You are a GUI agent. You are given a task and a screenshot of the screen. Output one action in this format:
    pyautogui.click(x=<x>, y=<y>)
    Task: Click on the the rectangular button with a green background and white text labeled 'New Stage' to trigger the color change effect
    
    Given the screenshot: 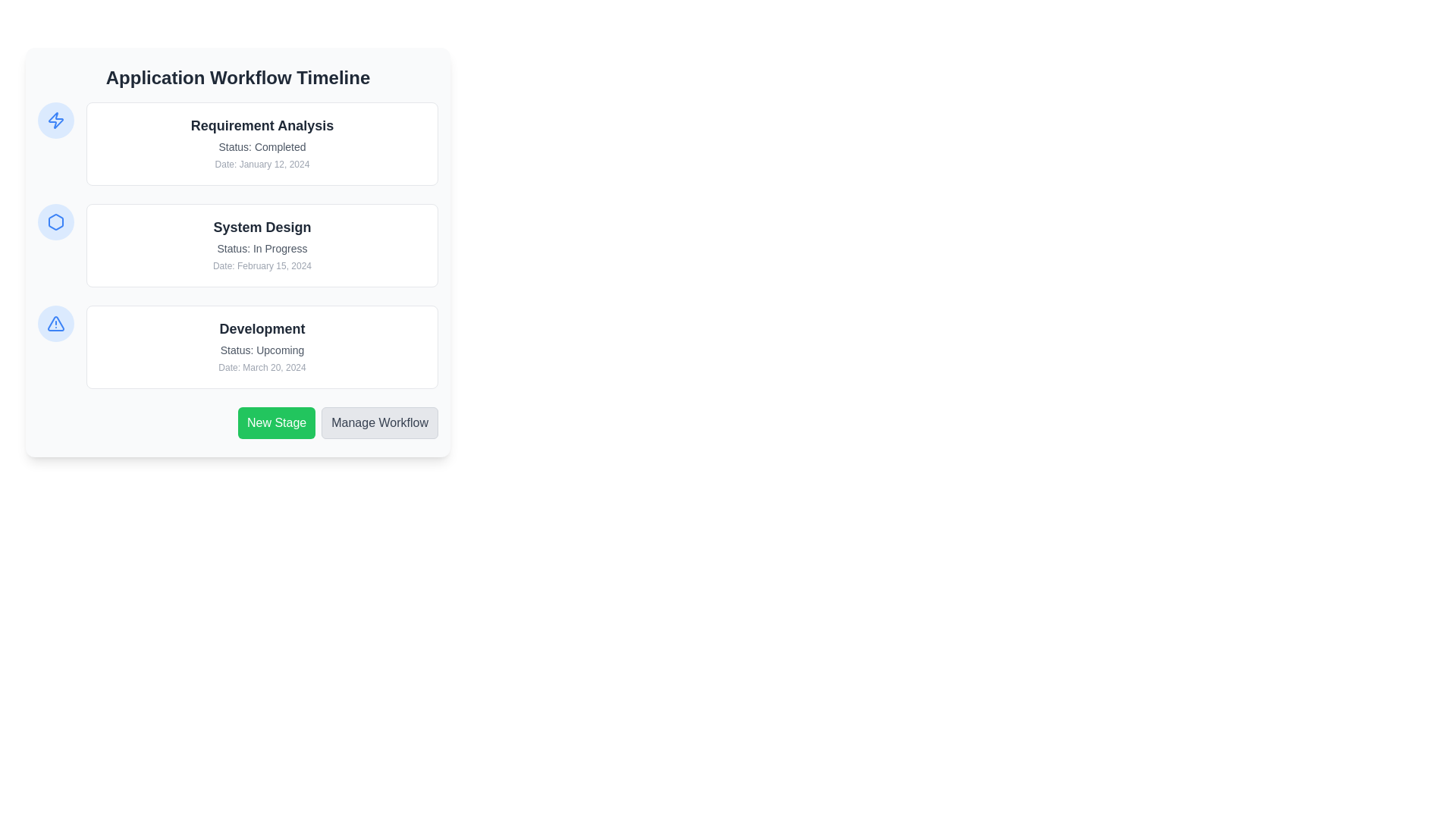 What is the action you would take?
    pyautogui.click(x=277, y=423)
    